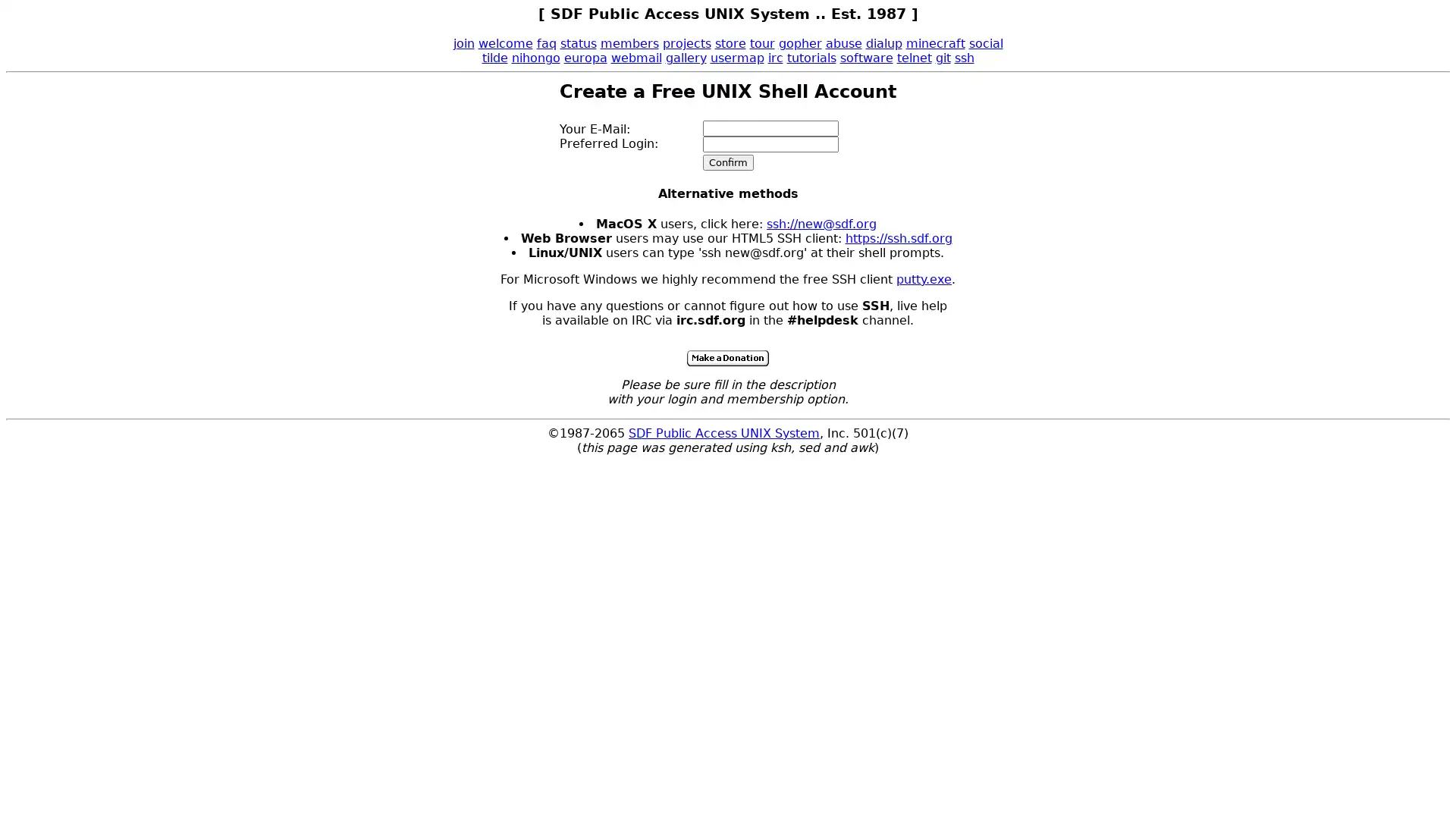  I want to click on Confirm, so click(726, 162).